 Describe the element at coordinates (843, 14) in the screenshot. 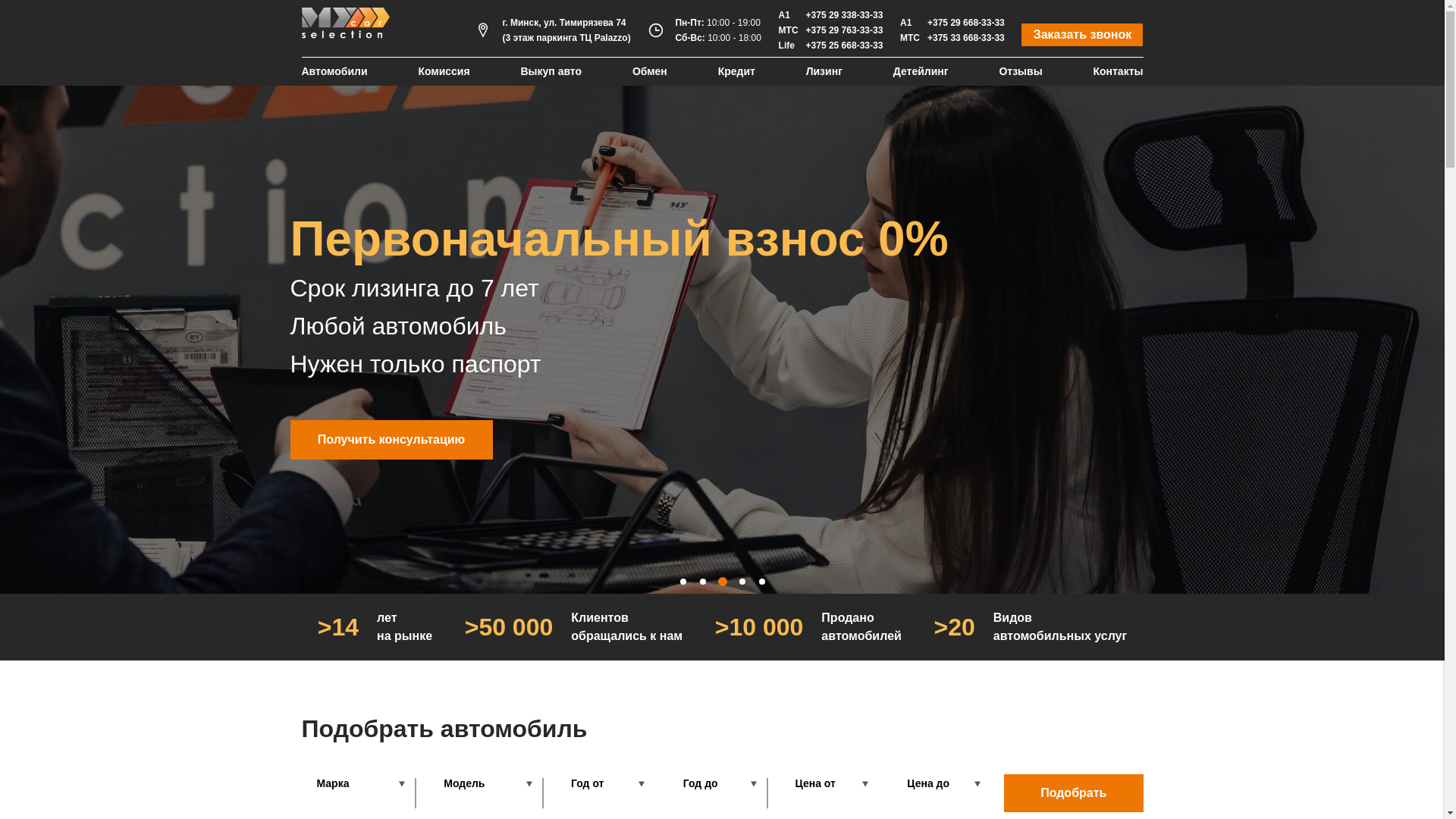

I see `'+375 29 338-33-33'` at that location.